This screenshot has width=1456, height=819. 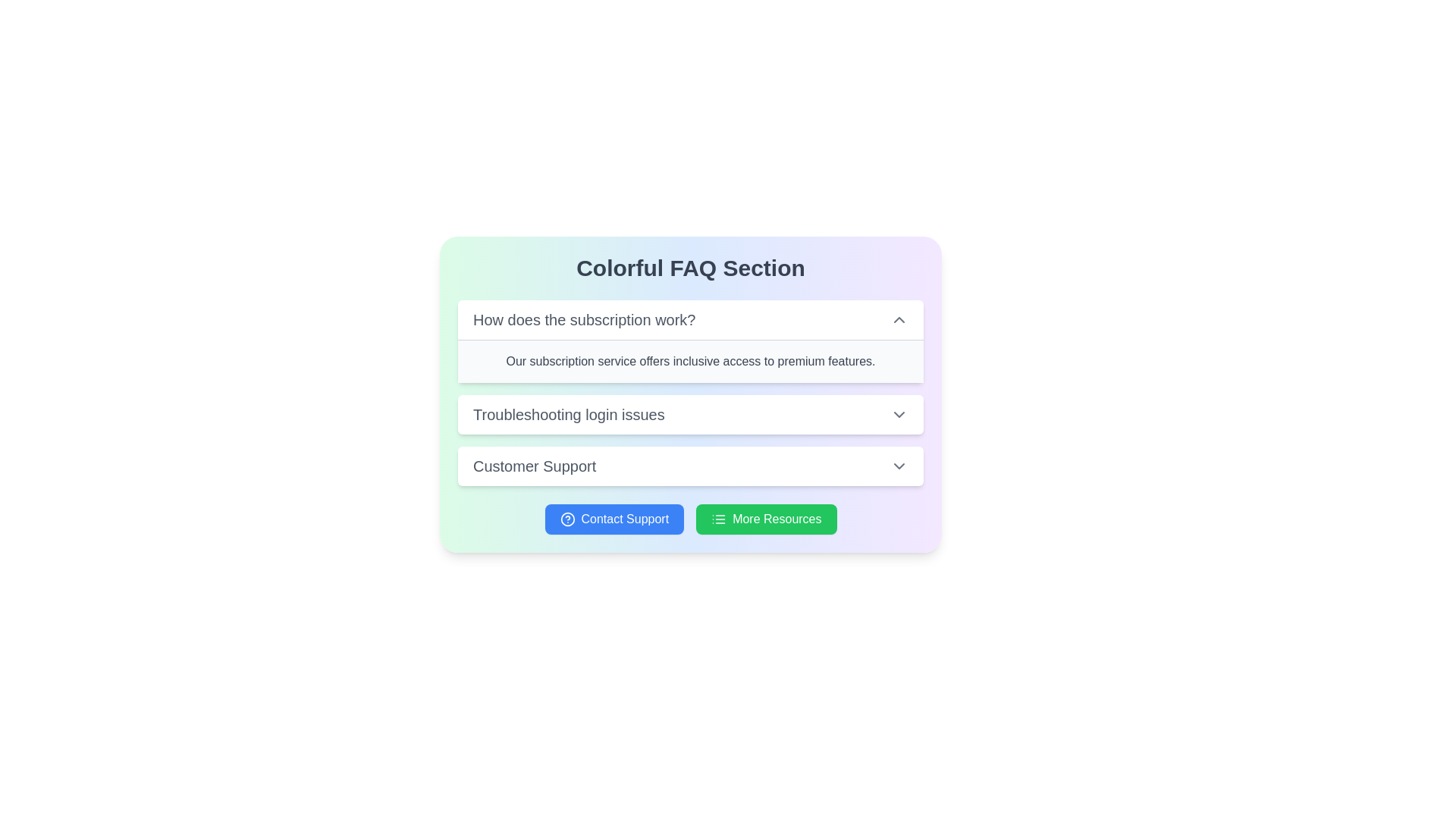 What do you see at coordinates (568, 415) in the screenshot?
I see `the label text 'Troubleshooting login issues' which is located in the second collapsible section of the FAQ, displayed in bold gray font against a white background` at bounding box center [568, 415].